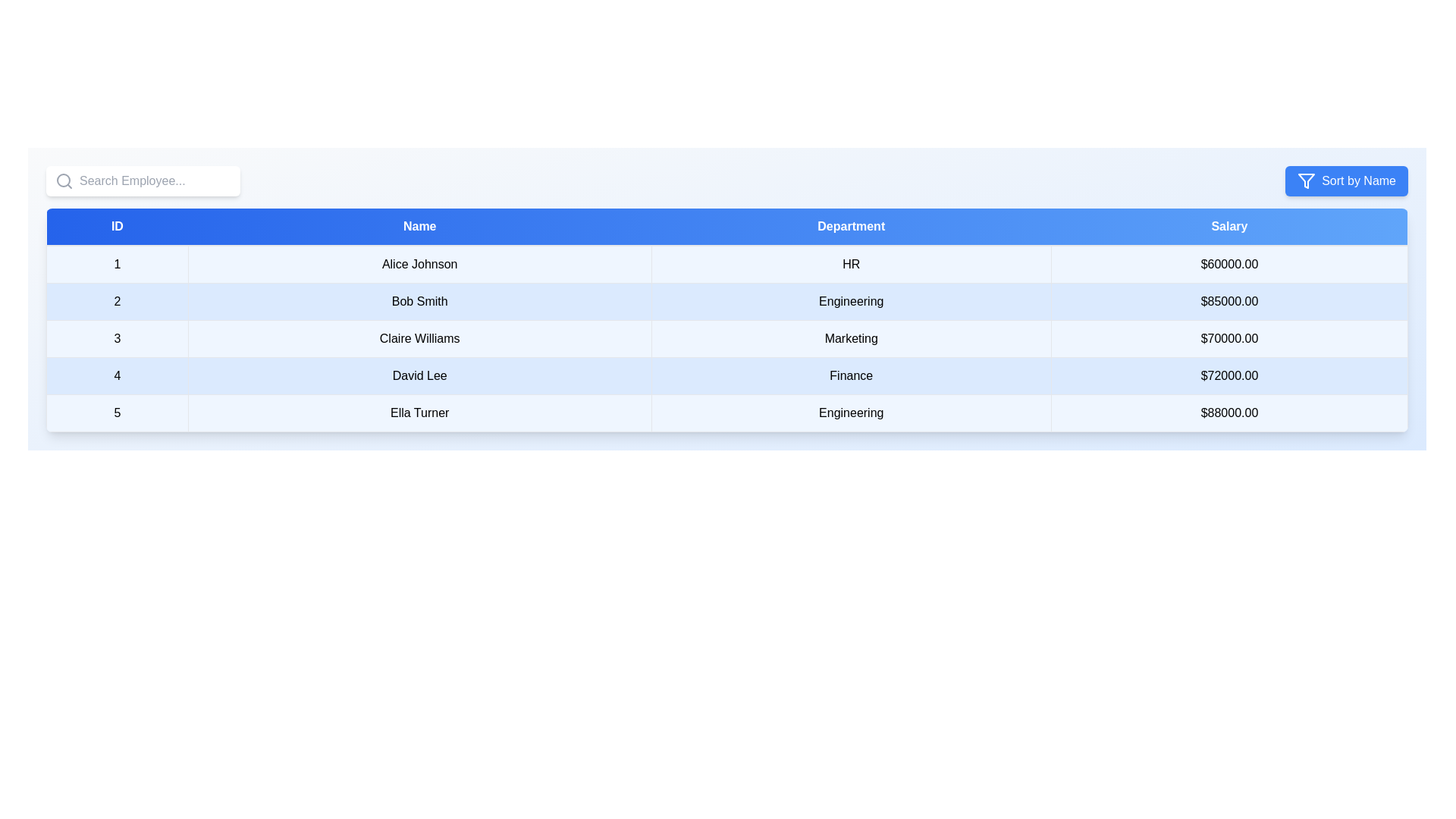 The width and height of the screenshot is (1456, 819). Describe the element at coordinates (851, 227) in the screenshot. I see `the 'Department' column header text label in the table, which is located in the third column position, between 'Name' and 'Salary'` at that location.